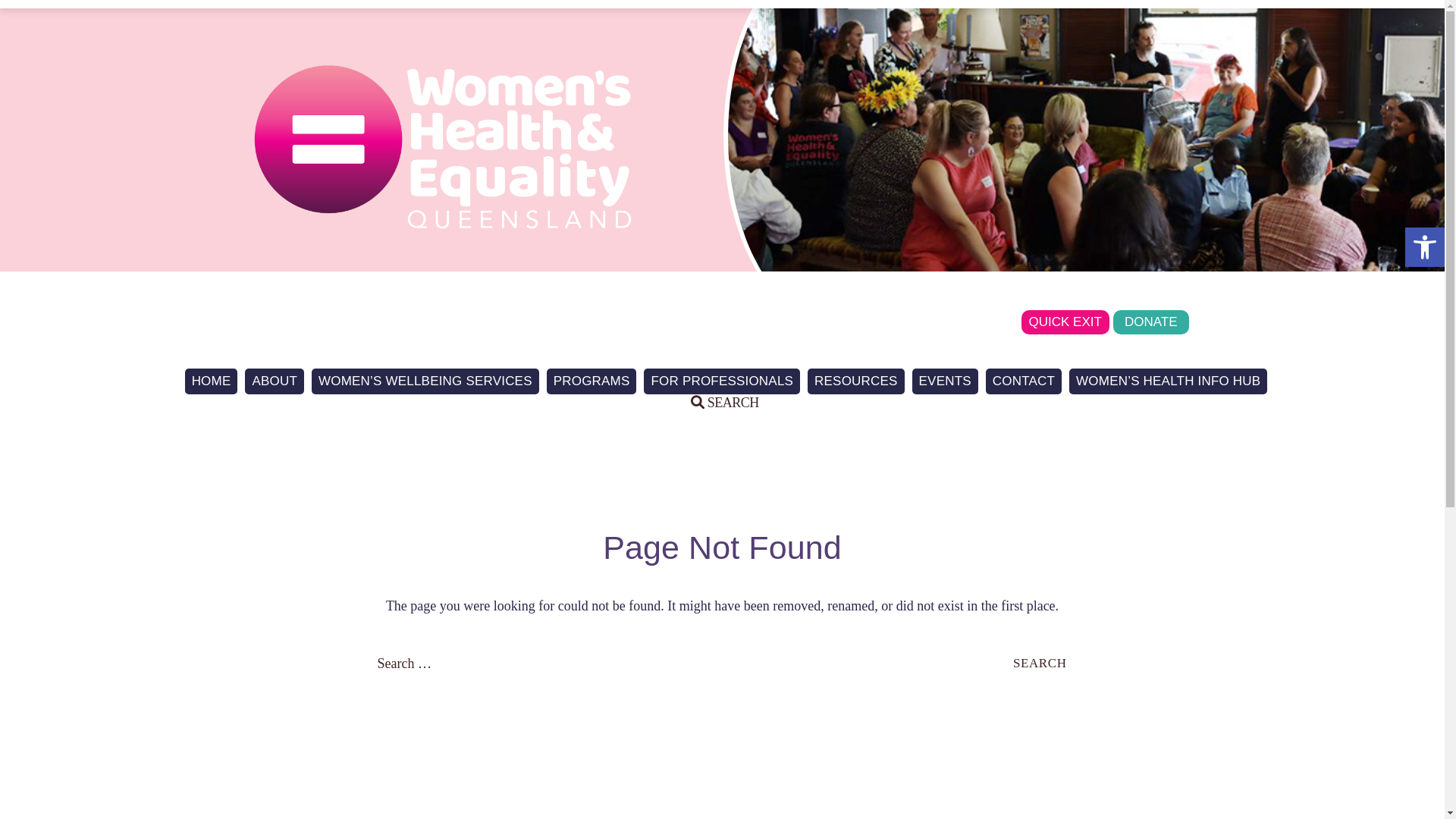 The height and width of the screenshot is (819, 1456). I want to click on 'EVENTS', so click(944, 380).